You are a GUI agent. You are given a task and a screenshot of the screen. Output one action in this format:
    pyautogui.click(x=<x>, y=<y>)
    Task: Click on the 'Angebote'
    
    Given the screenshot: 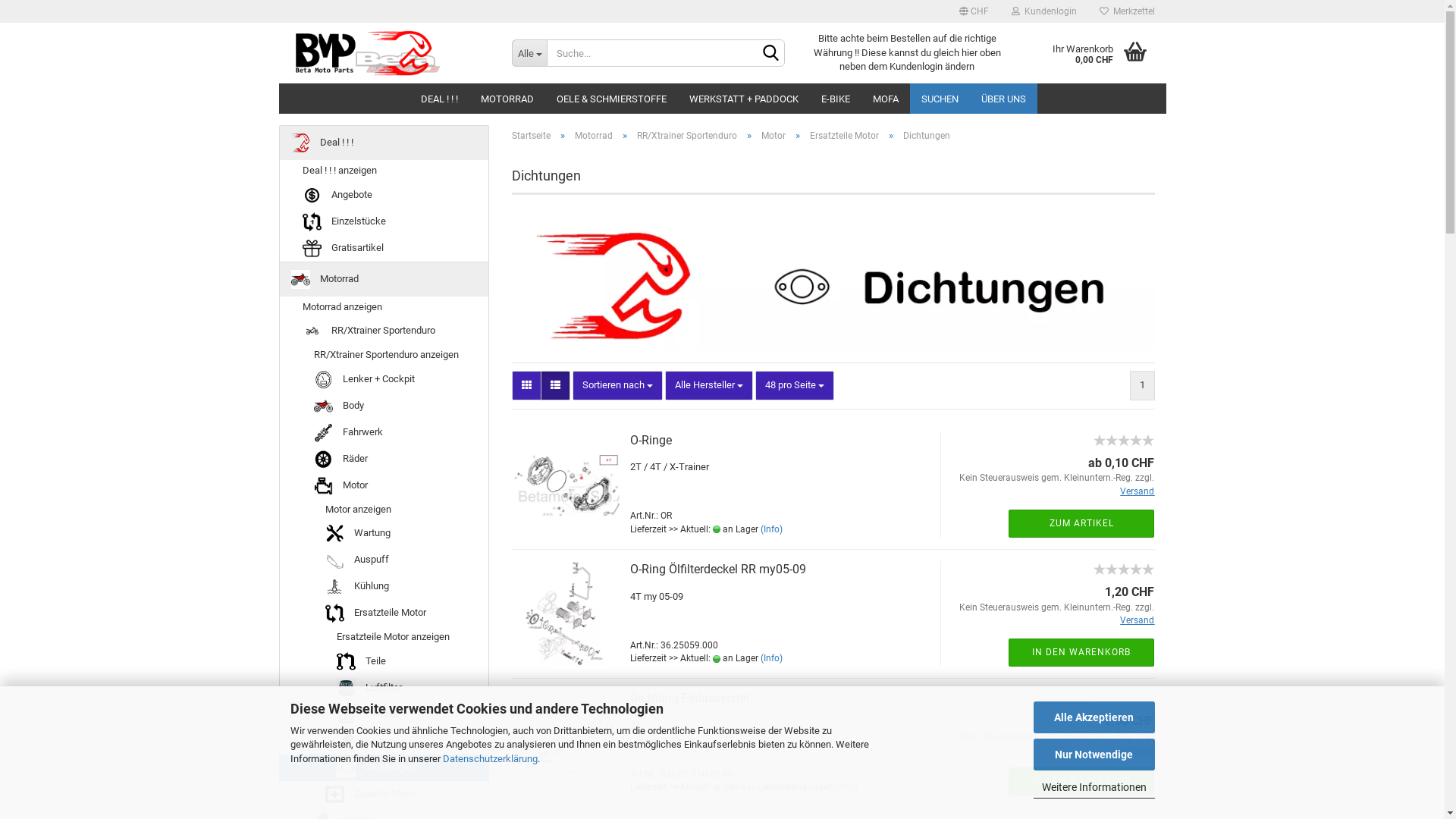 What is the action you would take?
    pyautogui.click(x=383, y=194)
    